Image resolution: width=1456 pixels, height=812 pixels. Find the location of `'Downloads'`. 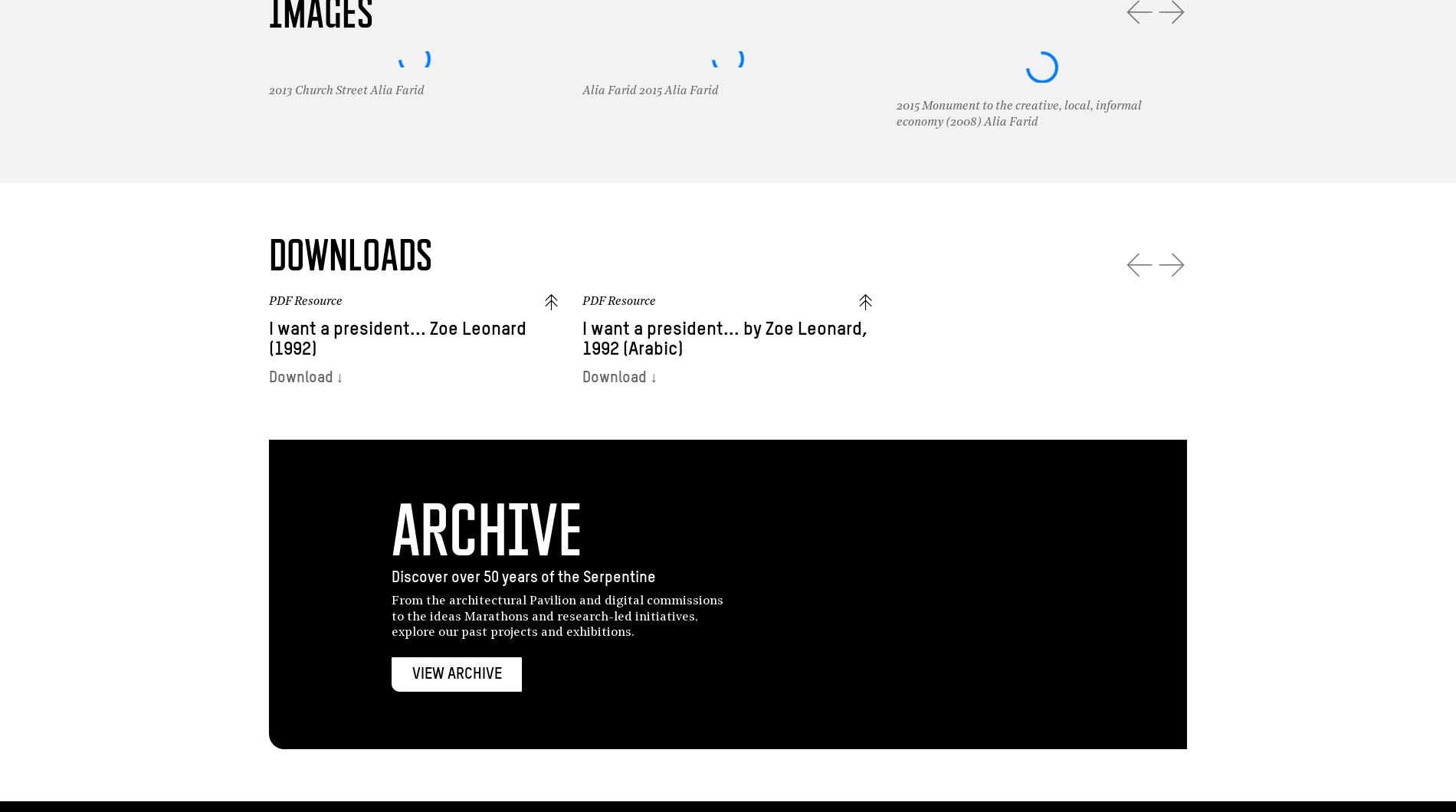

'Downloads' is located at coordinates (267, 254).